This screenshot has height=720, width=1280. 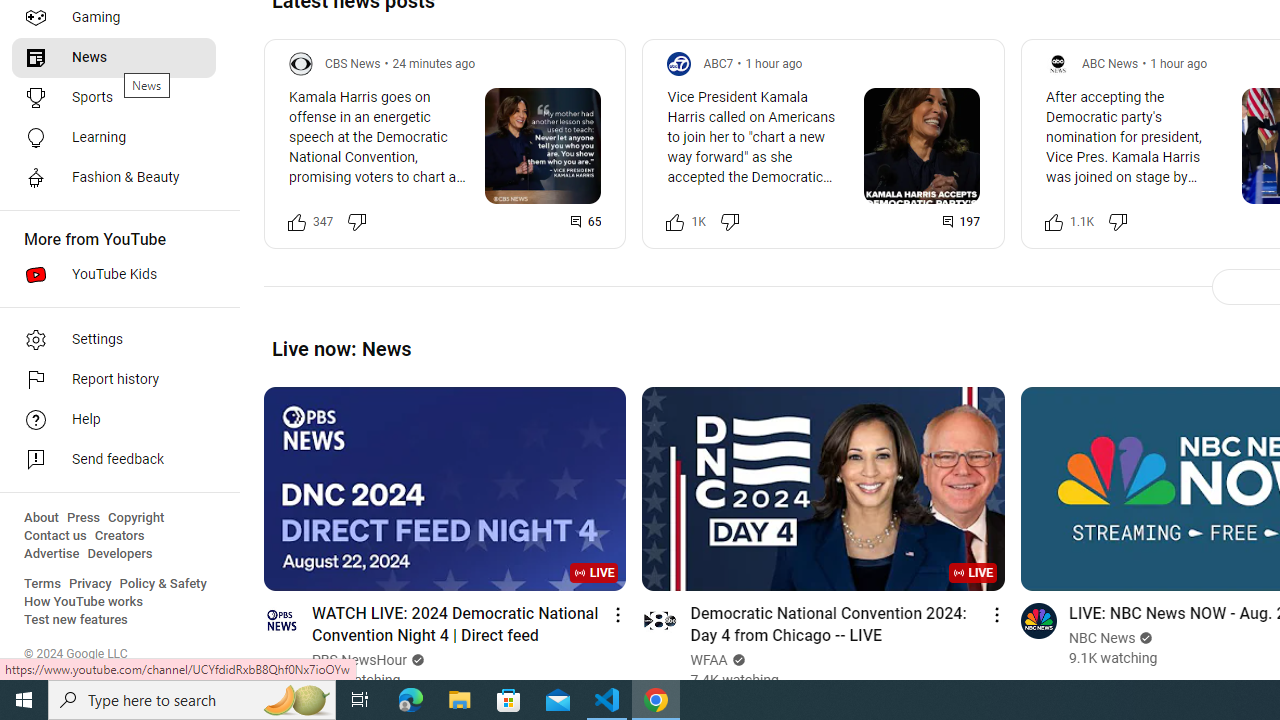 What do you see at coordinates (112, 460) in the screenshot?
I see `'Send feedback'` at bounding box center [112, 460].